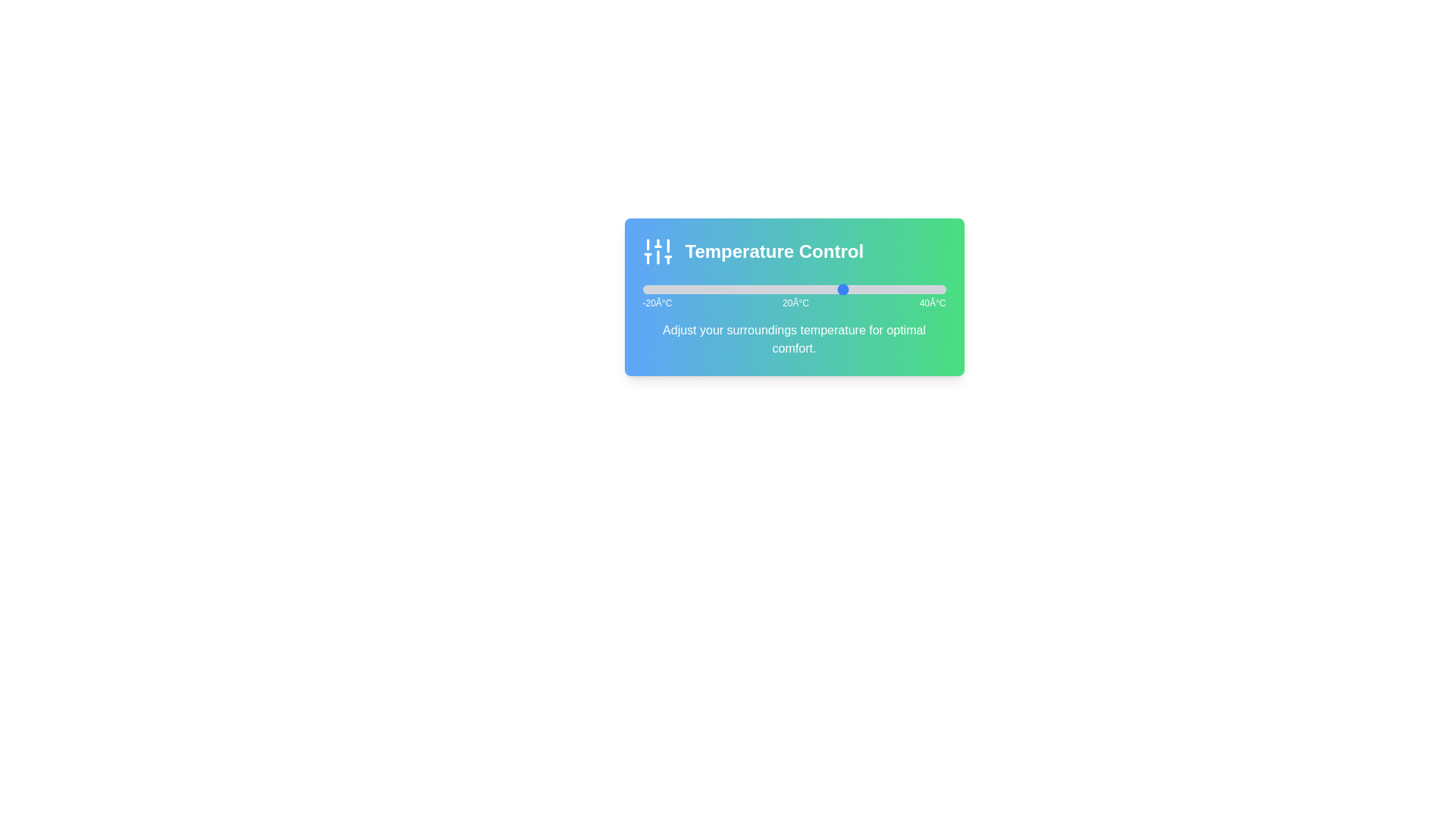  Describe the element at coordinates (920, 289) in the screenshot. I see `the temperature slider to 35°C` at that location.